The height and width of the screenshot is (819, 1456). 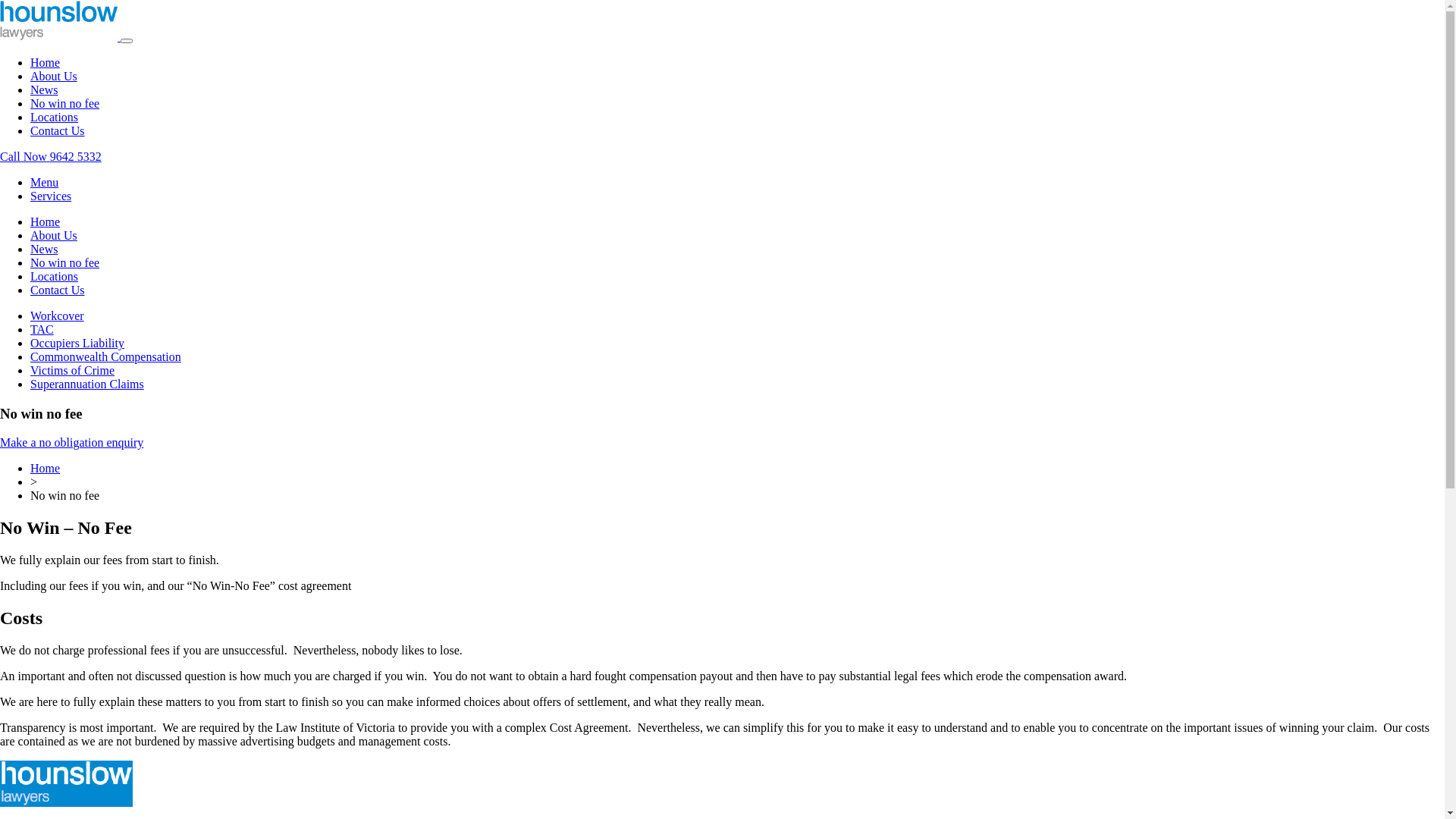 I want to click on 'No win no fee', so click(x=64, y=102).